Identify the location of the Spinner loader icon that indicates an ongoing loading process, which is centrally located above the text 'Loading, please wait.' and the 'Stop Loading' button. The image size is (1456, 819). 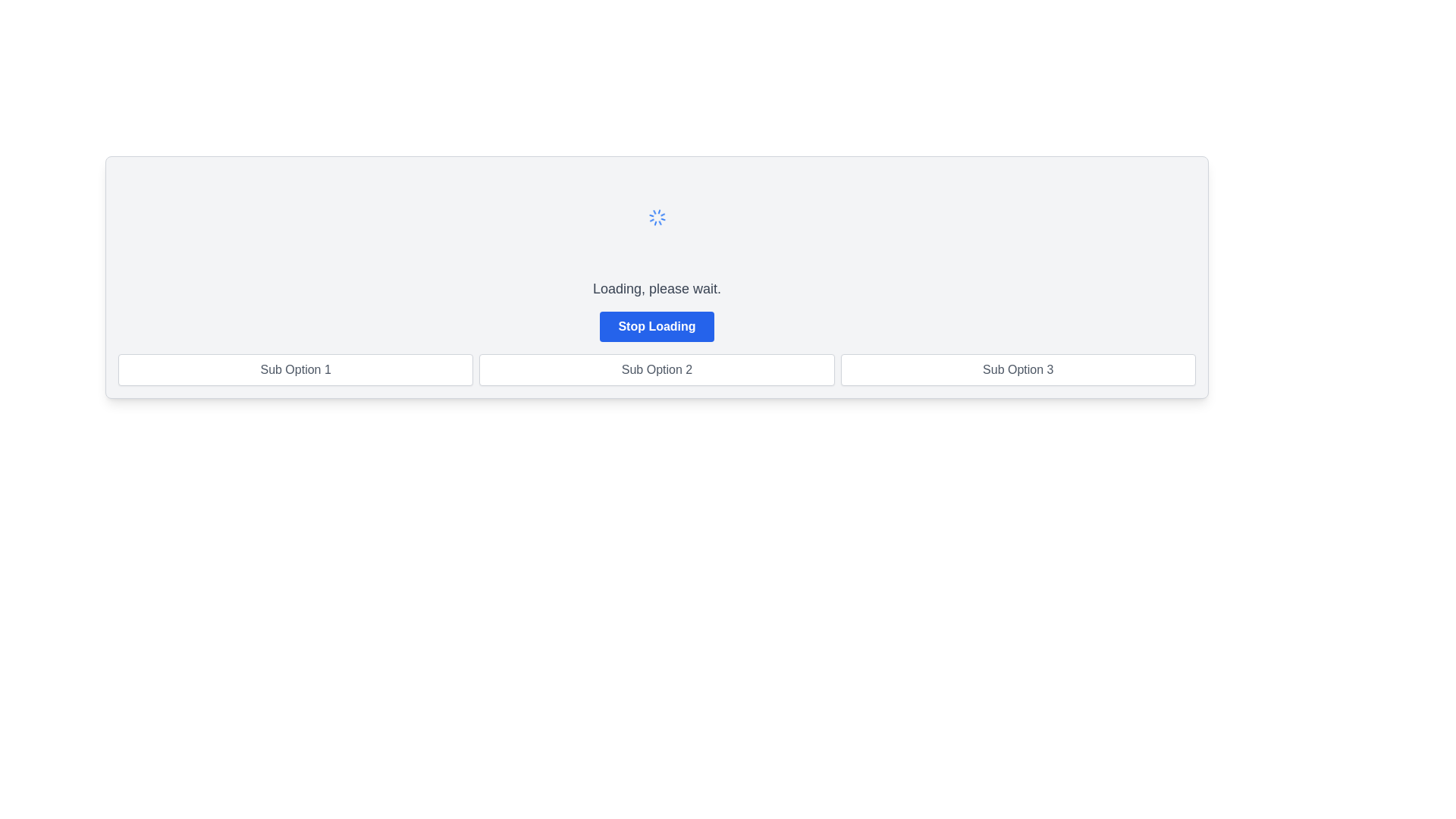
(657, 217).